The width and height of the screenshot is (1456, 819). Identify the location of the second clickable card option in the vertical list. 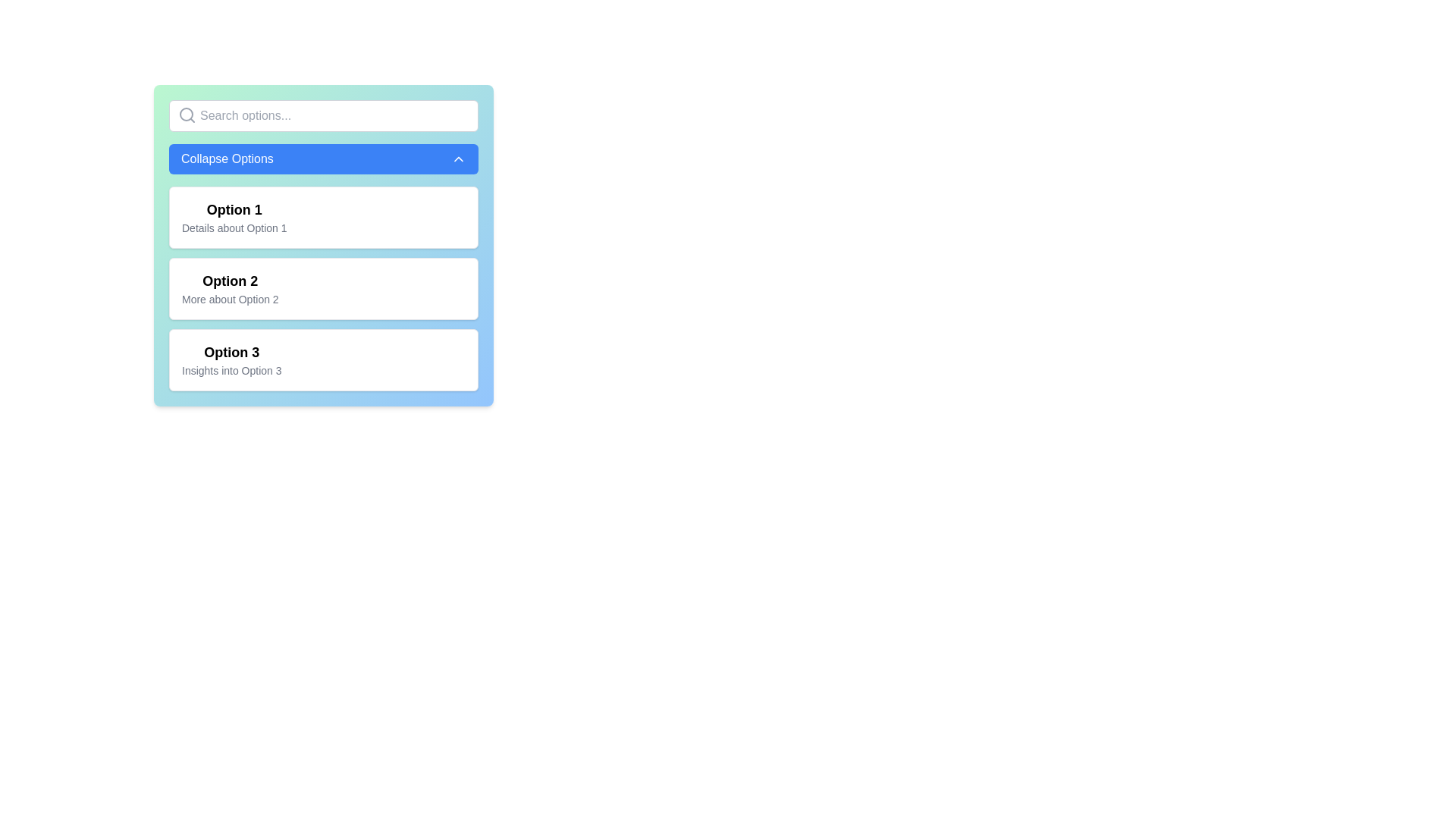
(323, 289).